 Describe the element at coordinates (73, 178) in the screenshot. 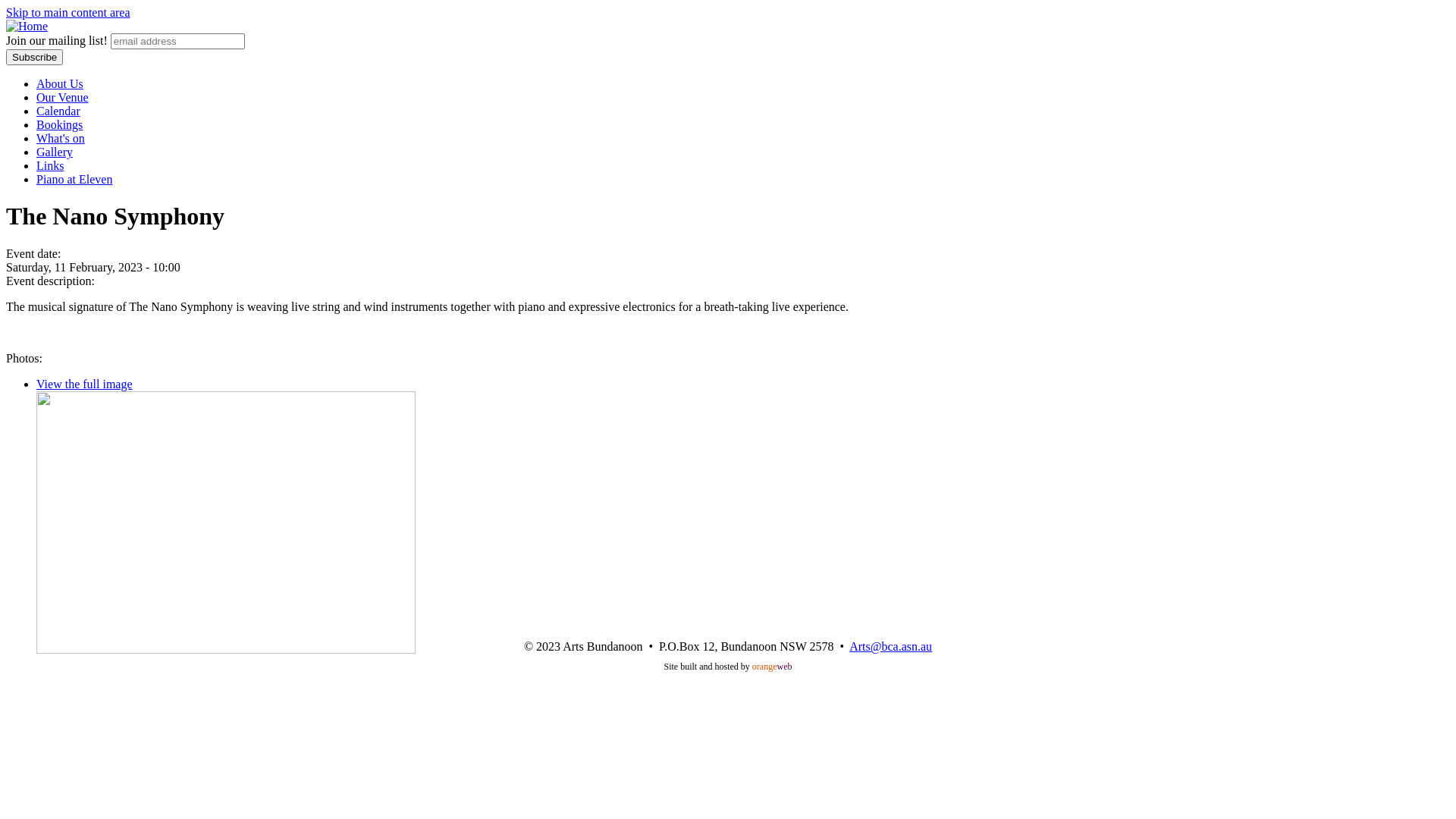

I see `'Piano at Eleven'` at that location.